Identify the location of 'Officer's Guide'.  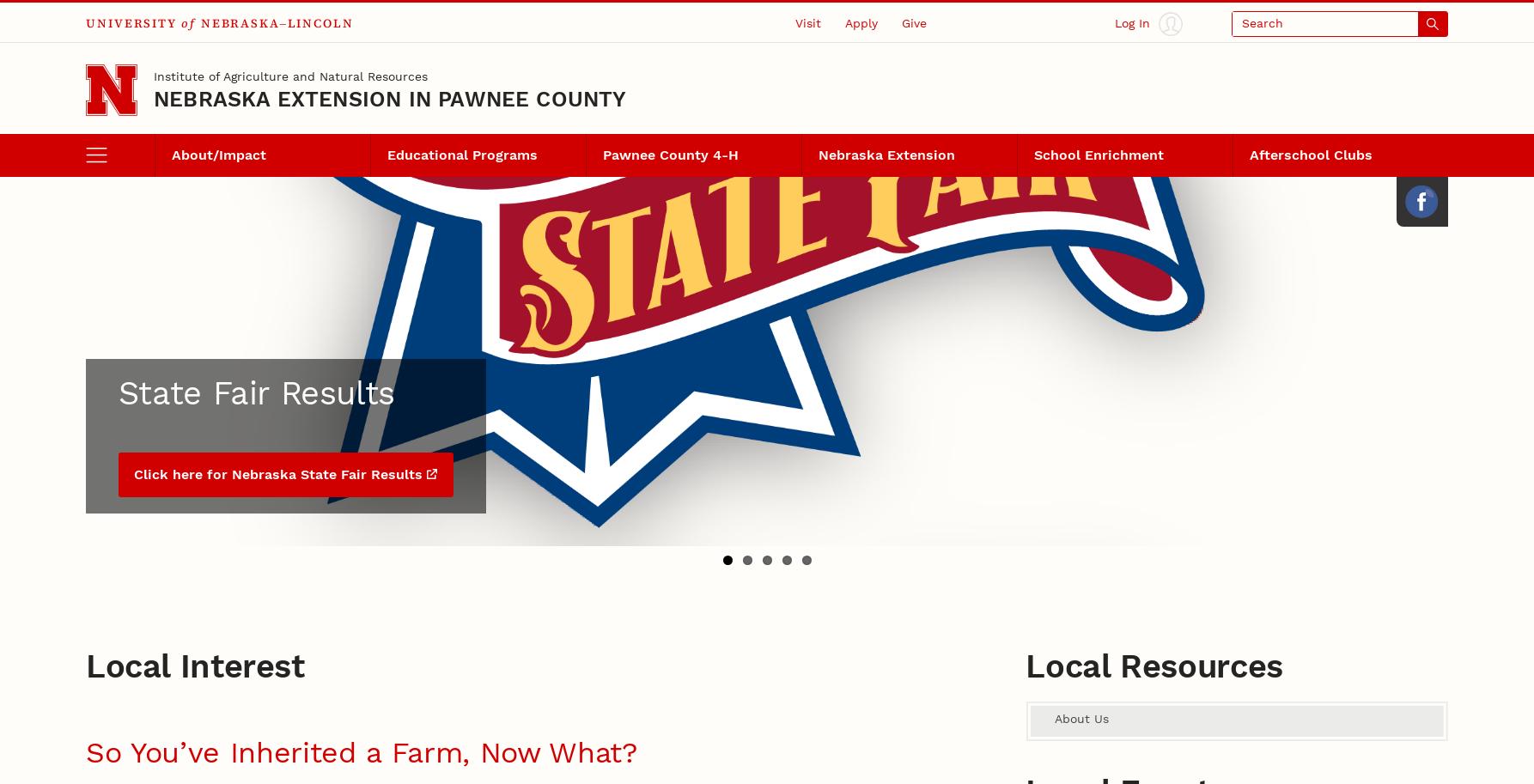
(221, 221).